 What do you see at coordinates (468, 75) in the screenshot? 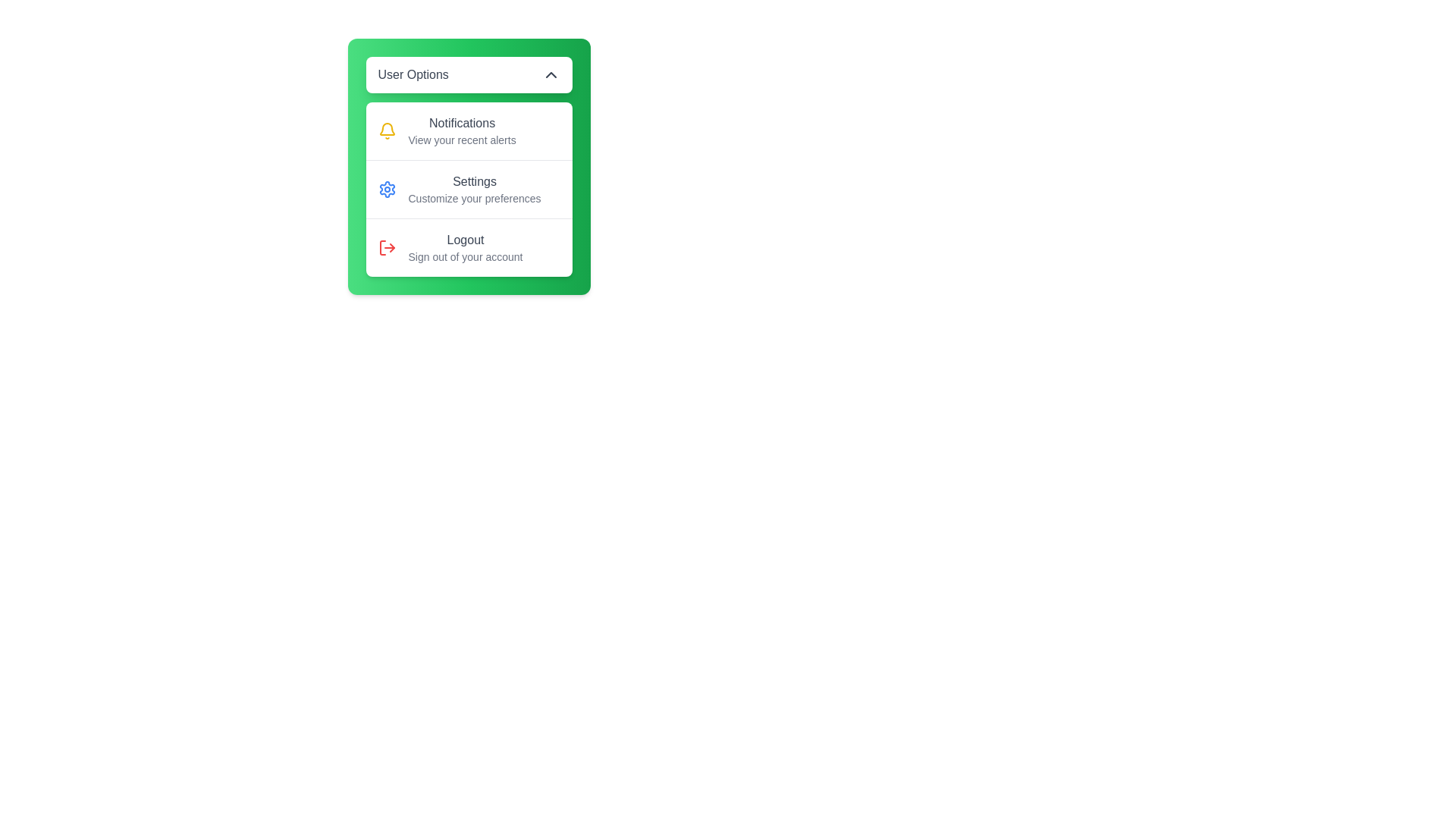
I see `the Dropdown toggle button located at the top of the green rounded rectangle` at bounding box center [468, 75].